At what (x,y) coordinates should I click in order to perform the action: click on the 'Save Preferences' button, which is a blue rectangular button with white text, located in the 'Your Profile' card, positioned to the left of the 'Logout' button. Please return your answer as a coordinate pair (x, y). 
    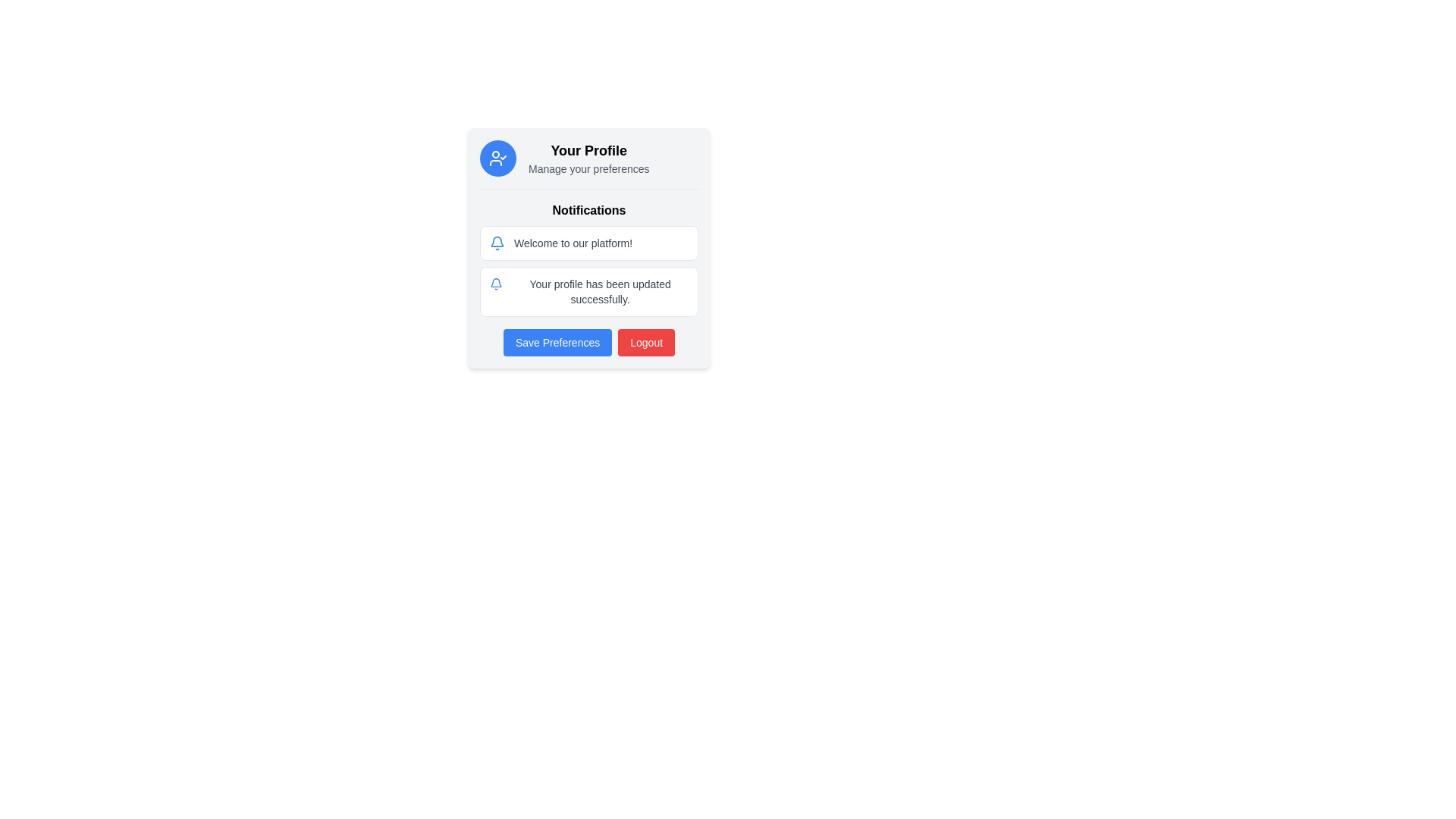
    Looking at the image, I should click on (557, 342).